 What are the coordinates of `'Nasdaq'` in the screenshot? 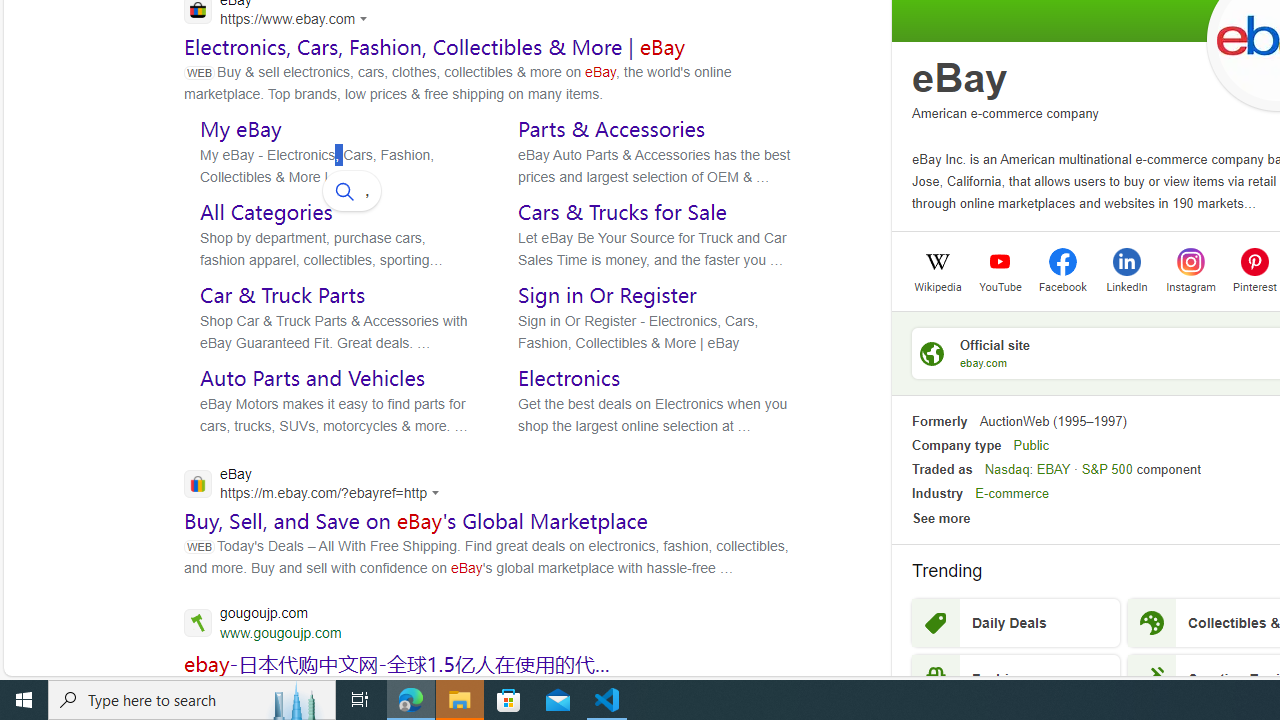 It's located at (1007, 469).